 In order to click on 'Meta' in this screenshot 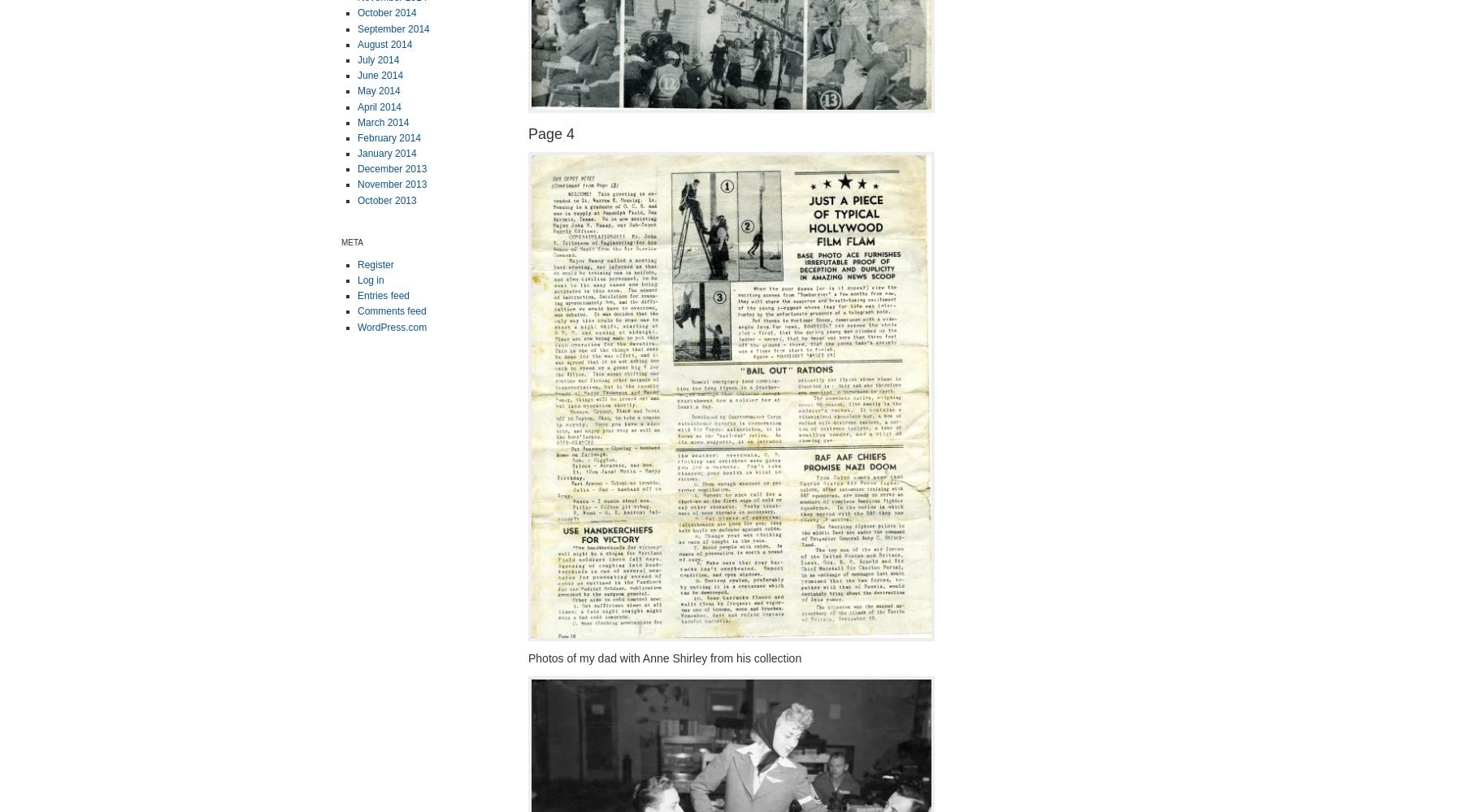, I will do `click(341, 241)`.